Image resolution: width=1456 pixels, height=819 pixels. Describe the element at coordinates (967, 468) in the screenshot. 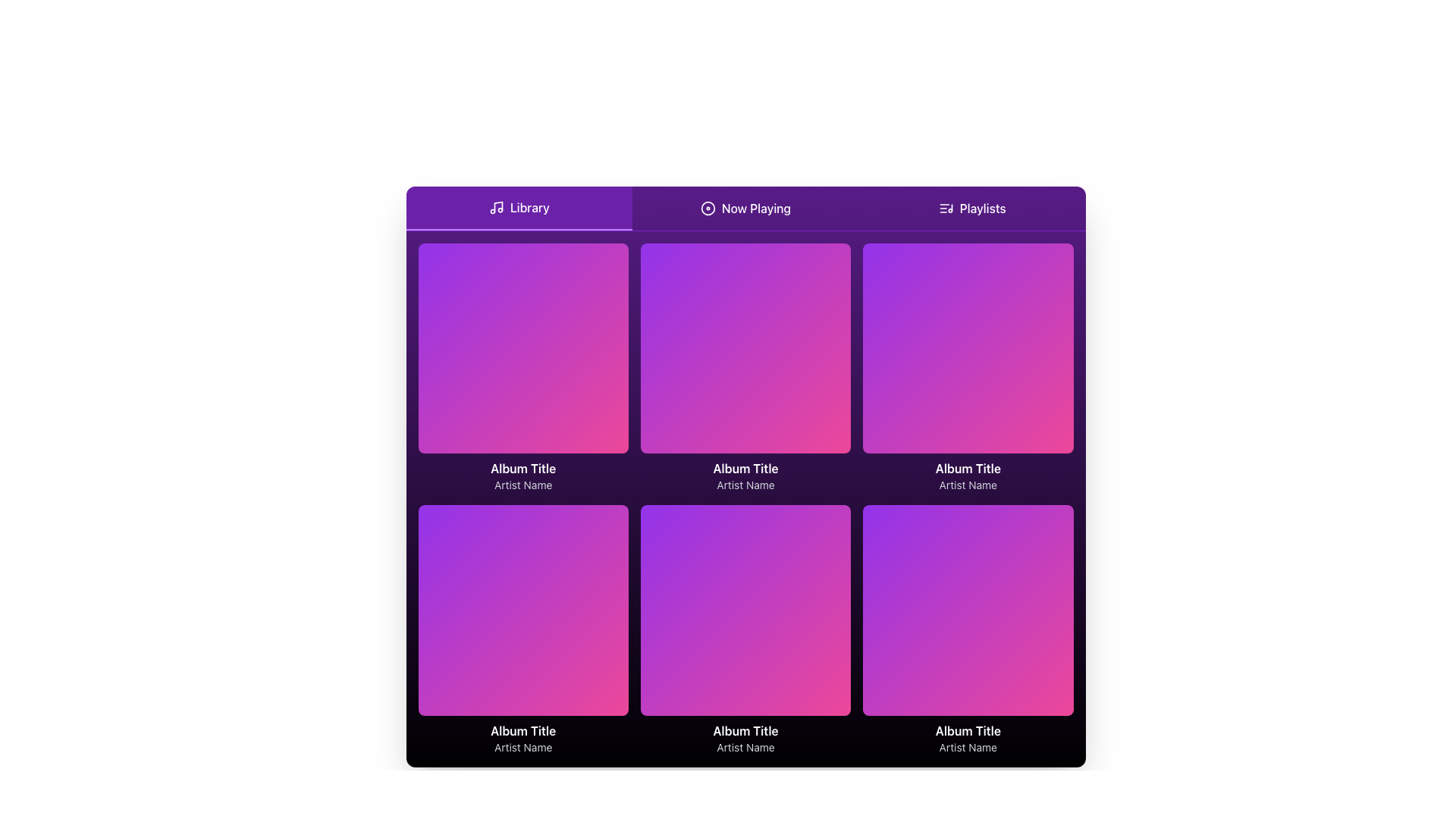

I see `text displayed in the music album title label located in the third column of the top row of the grid layout, above the artist's name and centered below a square thumbnail` at that location.